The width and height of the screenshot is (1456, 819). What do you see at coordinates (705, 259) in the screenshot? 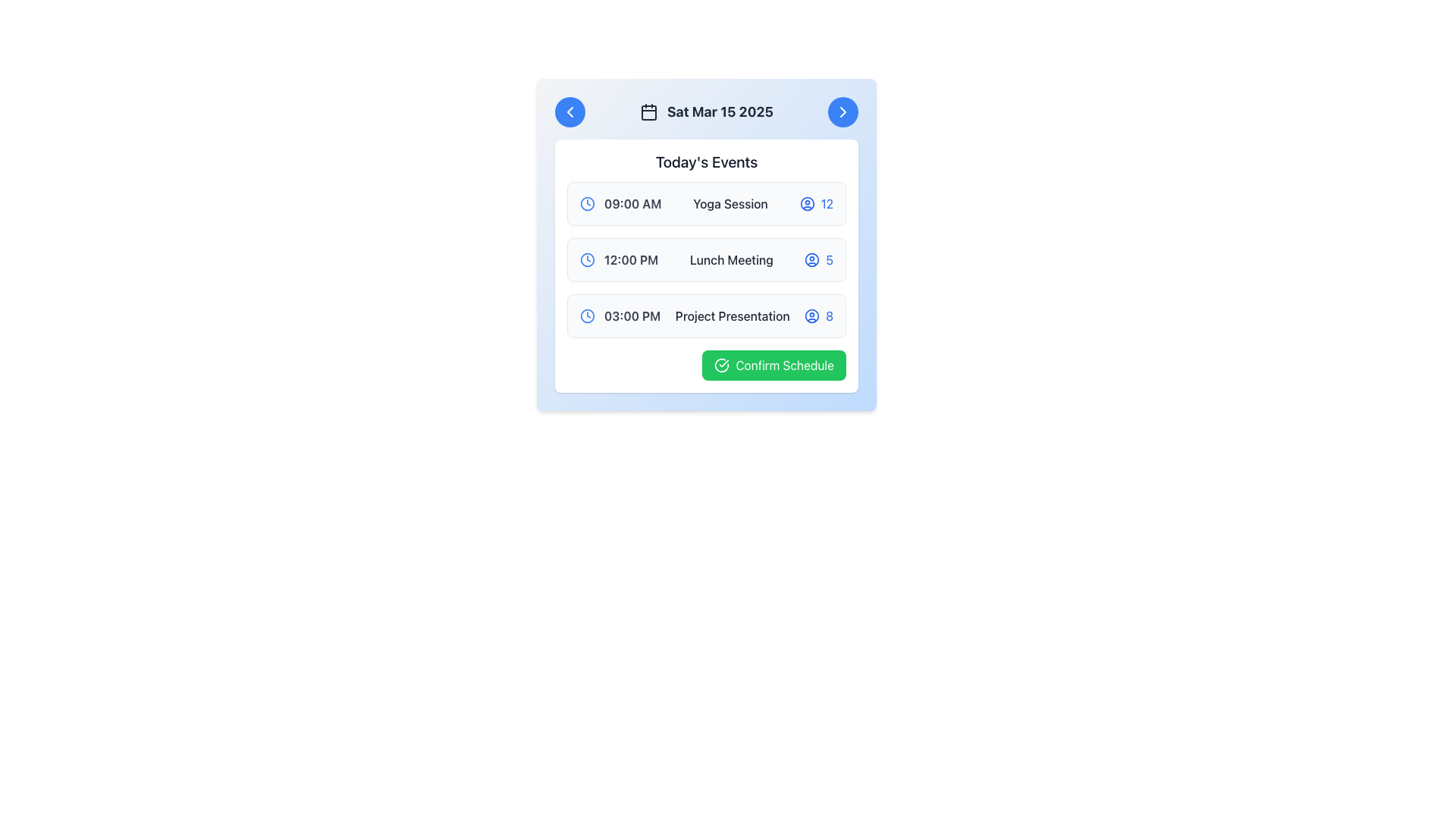
I see `the second event entry in the daily schedule` at bounding box center [705, 259].